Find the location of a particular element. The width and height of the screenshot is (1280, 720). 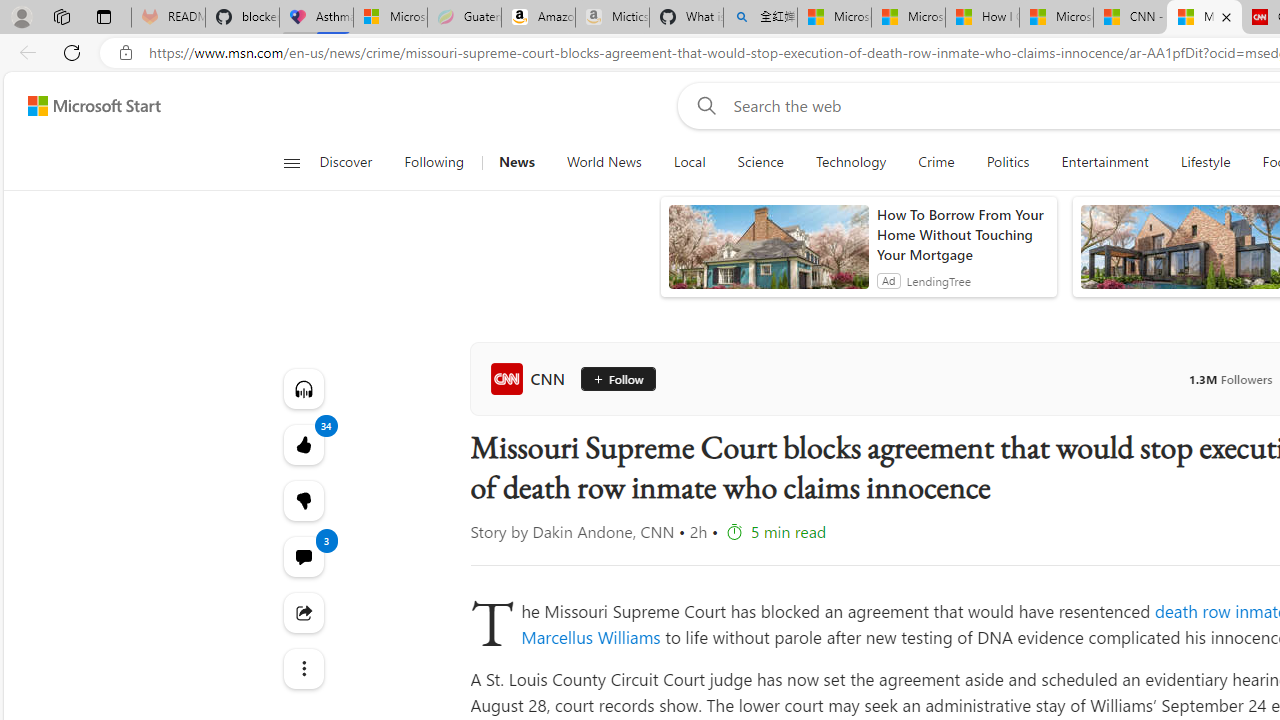

'34 Like' is located at coordinates (302, 443).